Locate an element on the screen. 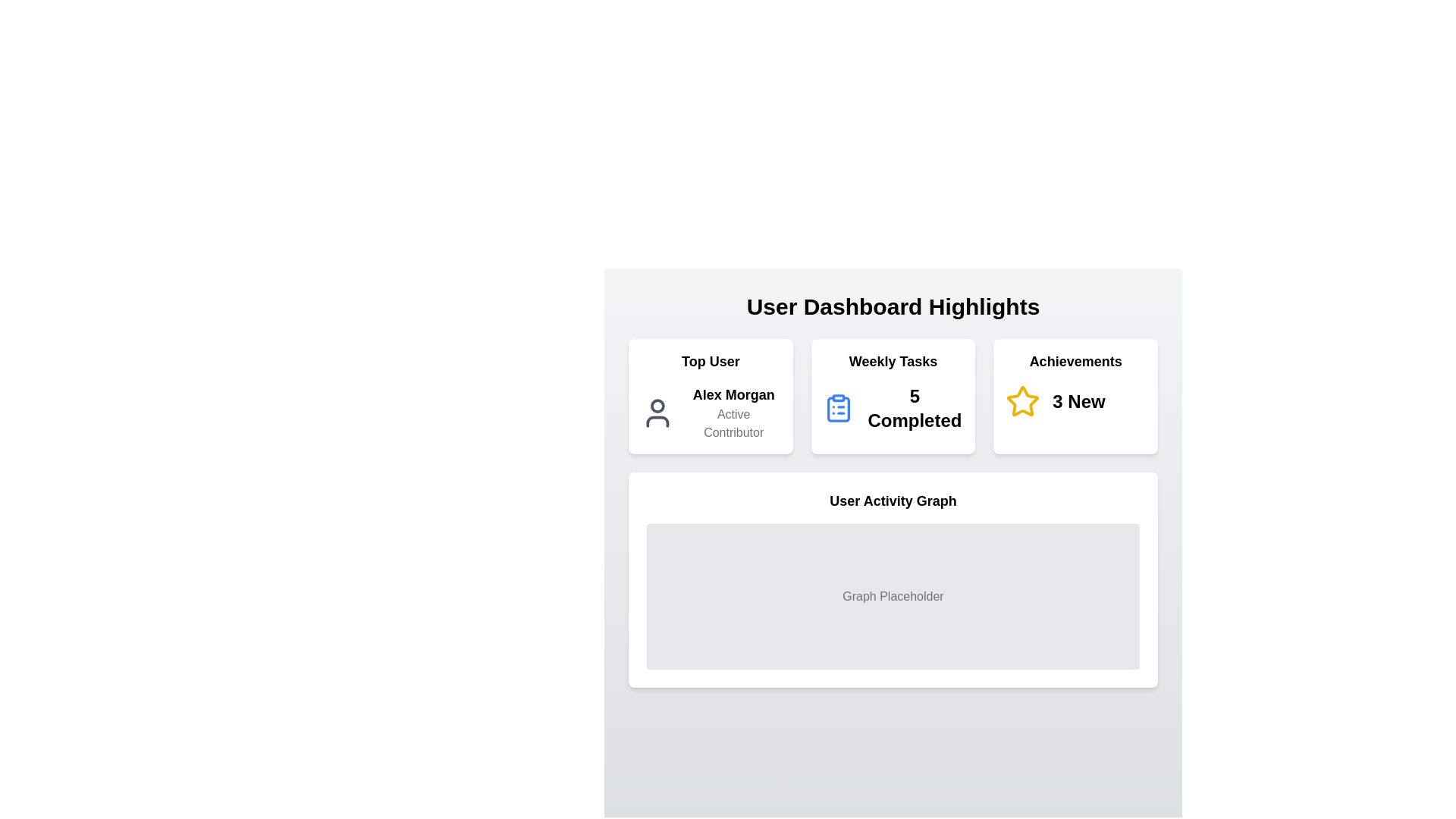 The width and height of the screenshot is (1456, 819). the achievements icon located at the top-right corner of the 'Achievements' section under the 'User Dashboard Highlights' heading is located at coordinates (1023, 400).